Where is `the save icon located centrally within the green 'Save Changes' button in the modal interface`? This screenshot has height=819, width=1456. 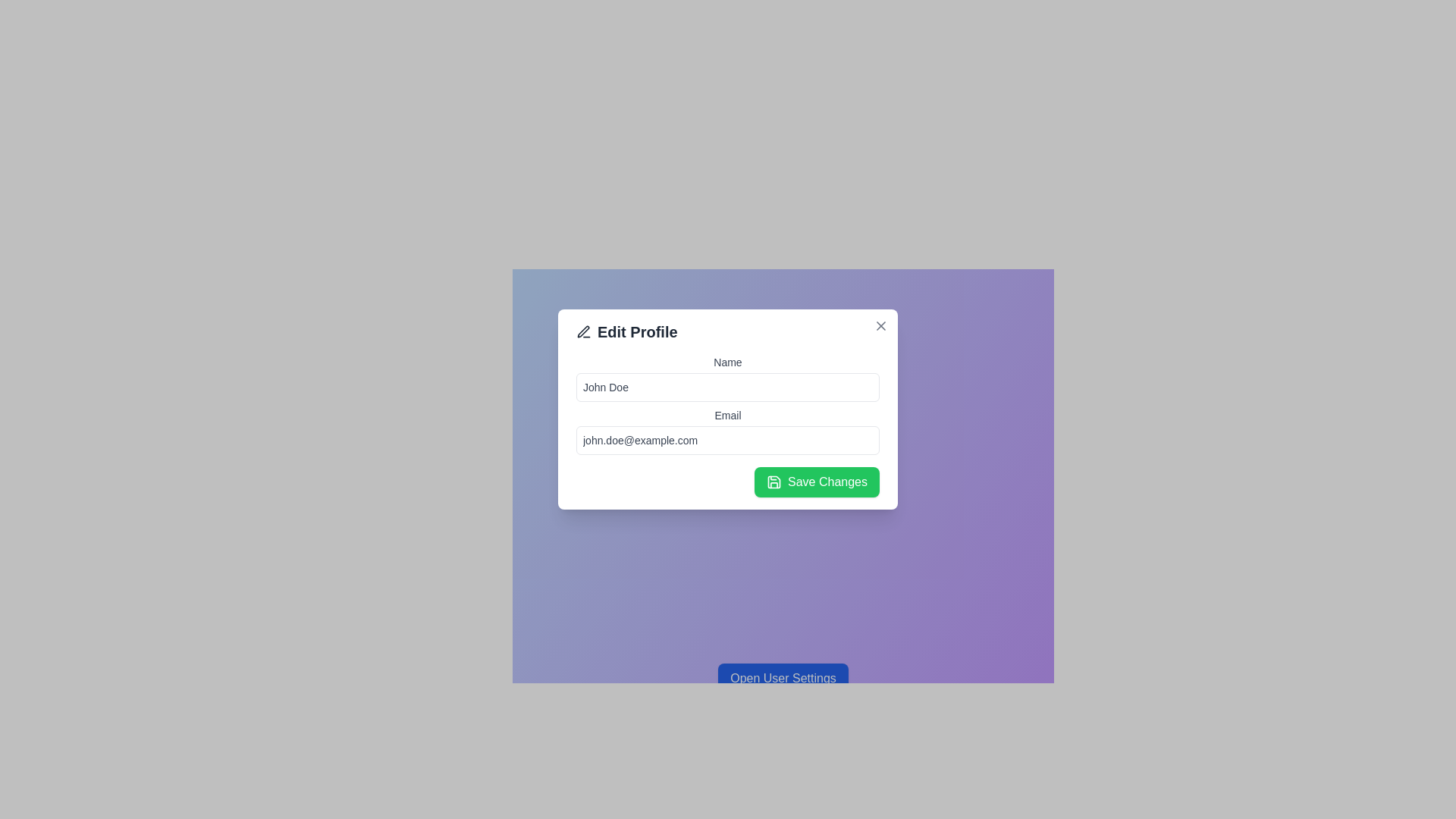 the save icon located centrally within the green 'Save Changes' button in the modal interface is located at coordinates (774, 482).